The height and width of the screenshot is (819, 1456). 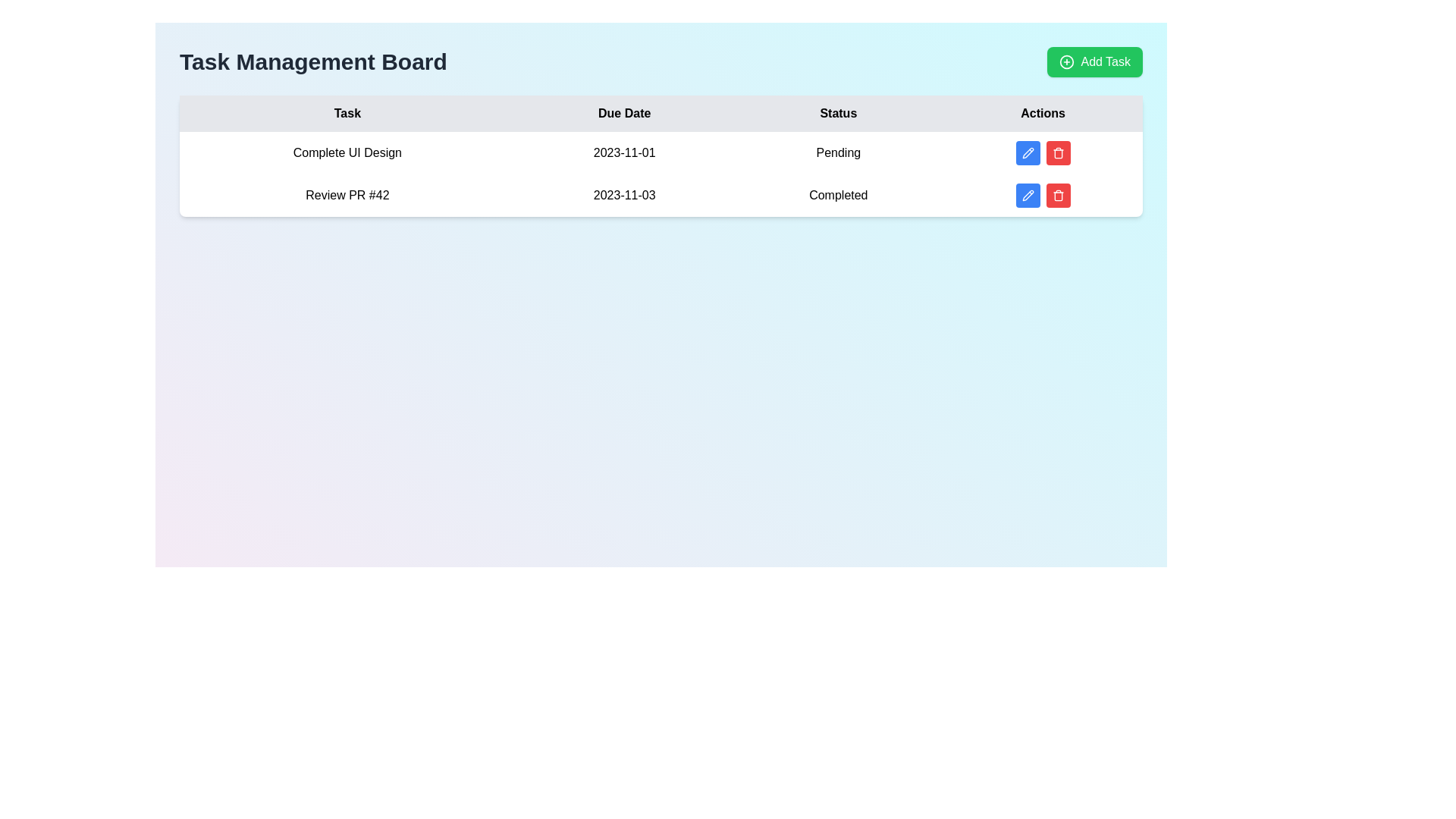 I want to click on the 'Pending' status text label in the 'Status' column for the task entry 'Complete UI Design', so click(x=837, y=152).